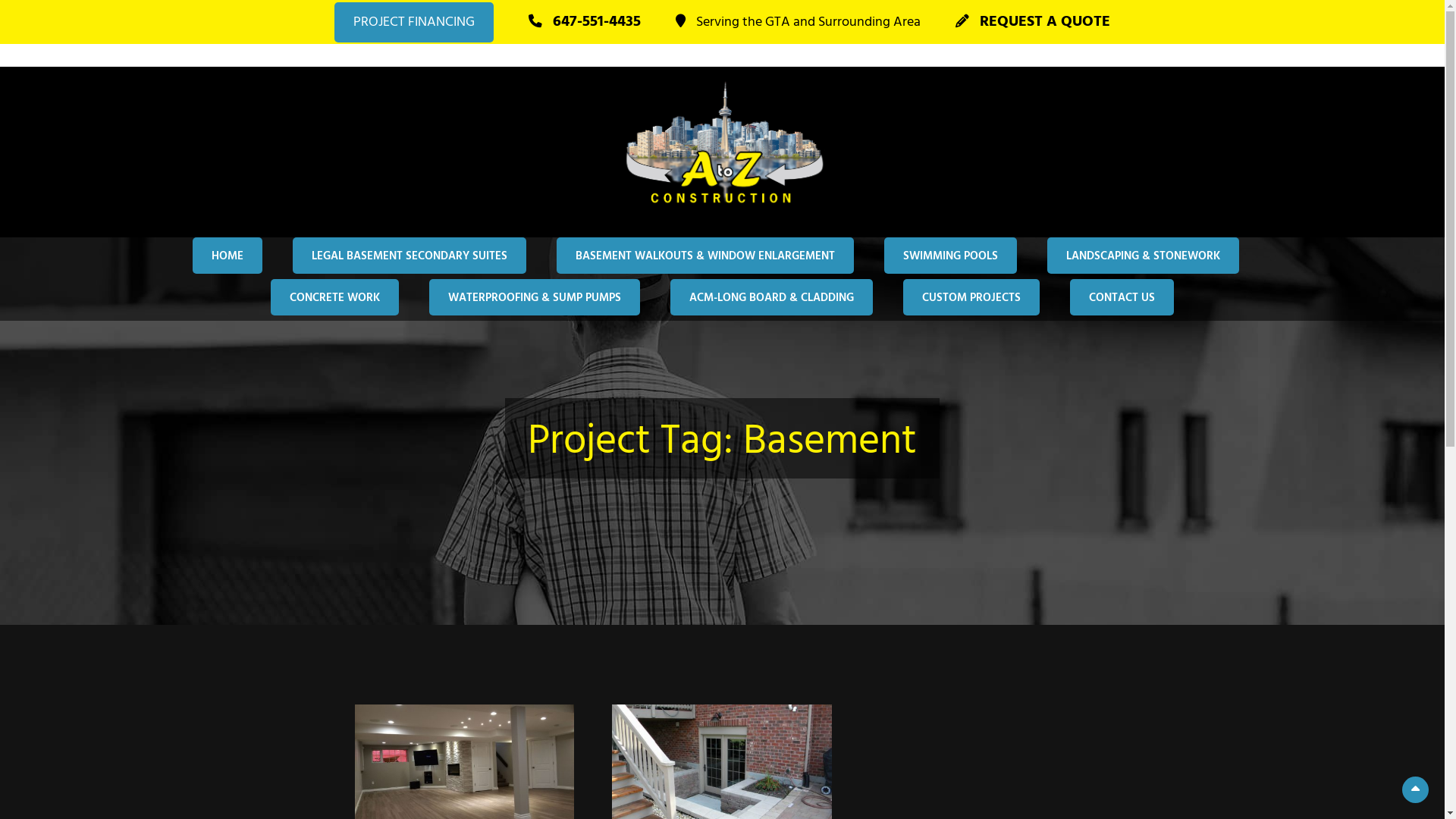 This screenshot has width=1456, height=819. Describe the element at coordinates (1032, 22) in the screenshot. I see `'REQUEST A QUOTE'` at that location.